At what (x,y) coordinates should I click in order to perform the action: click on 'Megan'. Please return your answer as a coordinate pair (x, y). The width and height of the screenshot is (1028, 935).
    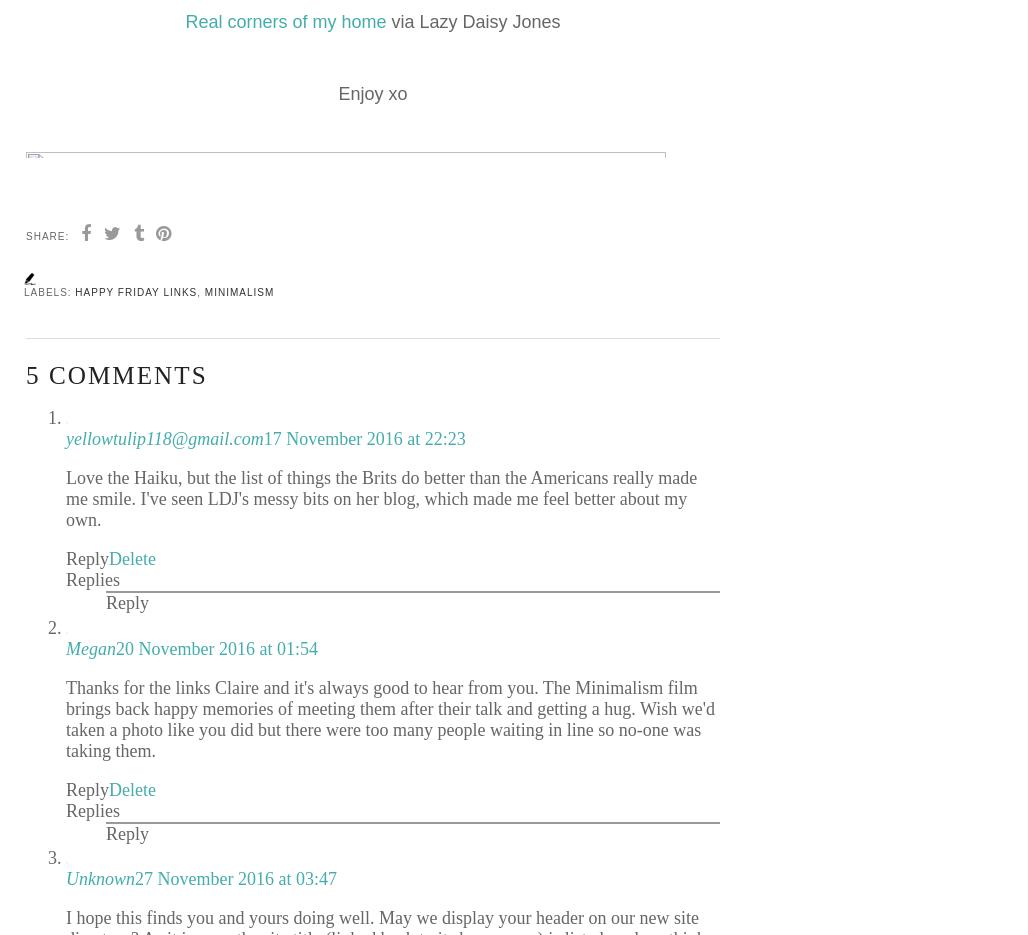
    Looking at the image, I should click on (89, 647).